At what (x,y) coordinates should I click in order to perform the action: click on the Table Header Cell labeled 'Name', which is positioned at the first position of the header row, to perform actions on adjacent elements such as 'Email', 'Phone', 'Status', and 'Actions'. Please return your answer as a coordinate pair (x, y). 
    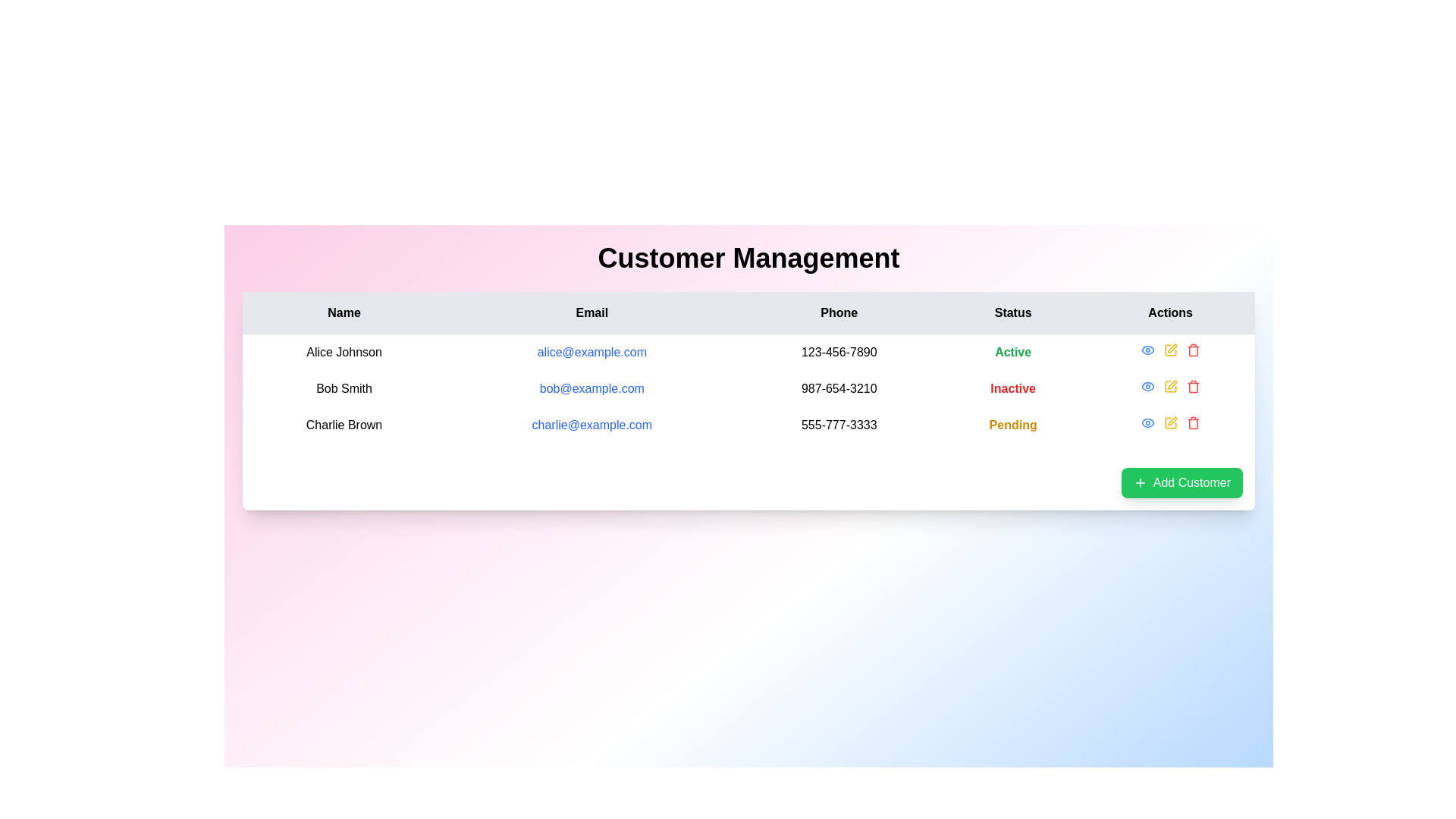
    Looking at the image, I should click on (344, 312).